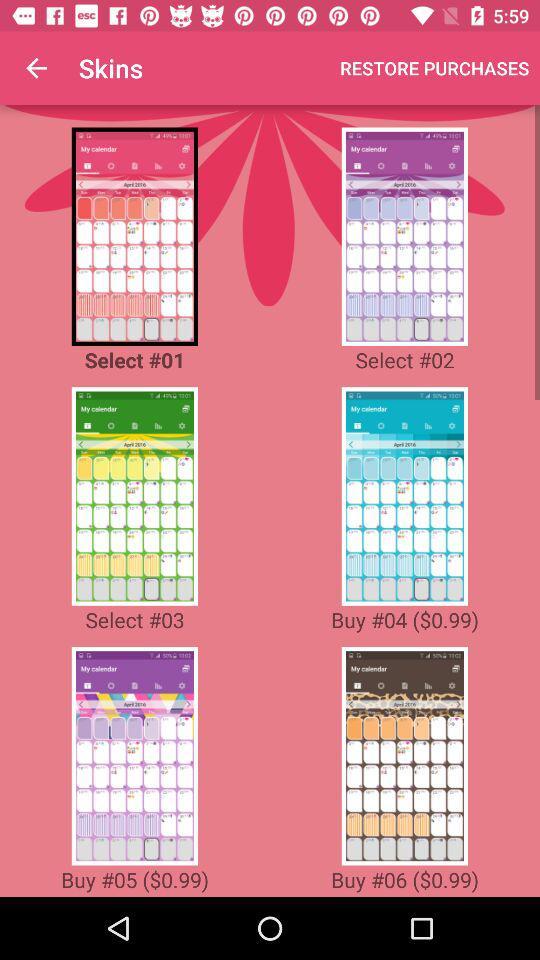 The height and width of the screenshot is (960, 540). What do you see at coordinates (404, 236) in the screenshot?
I see `skin 2` at bounding box center [404, 236].